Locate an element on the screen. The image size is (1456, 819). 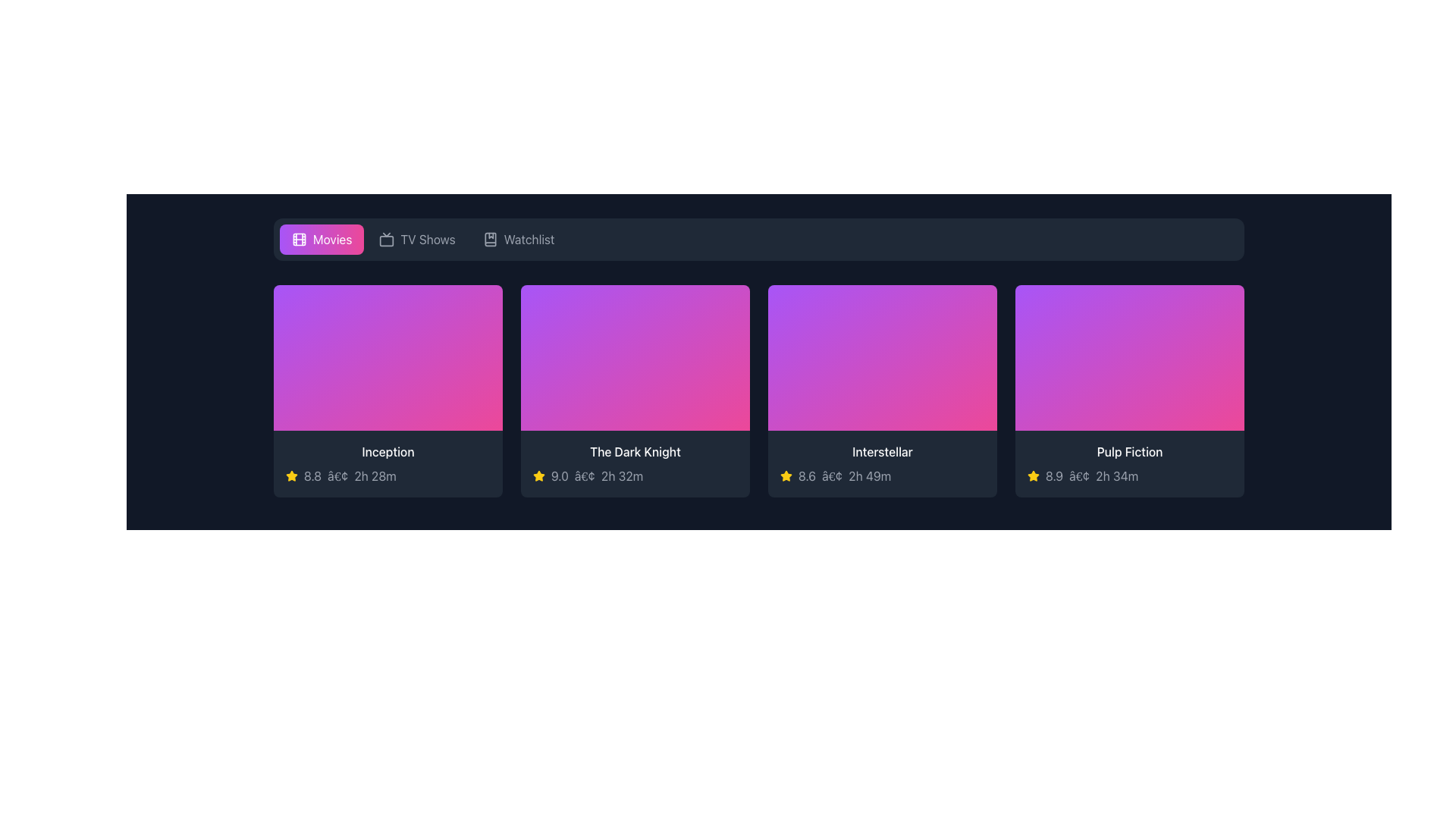
text '8.9 • 2h 34m' with the star icon located at the bottom-right corner of the 'Pulp Fiction' card is located at coordinates (1129, 475).